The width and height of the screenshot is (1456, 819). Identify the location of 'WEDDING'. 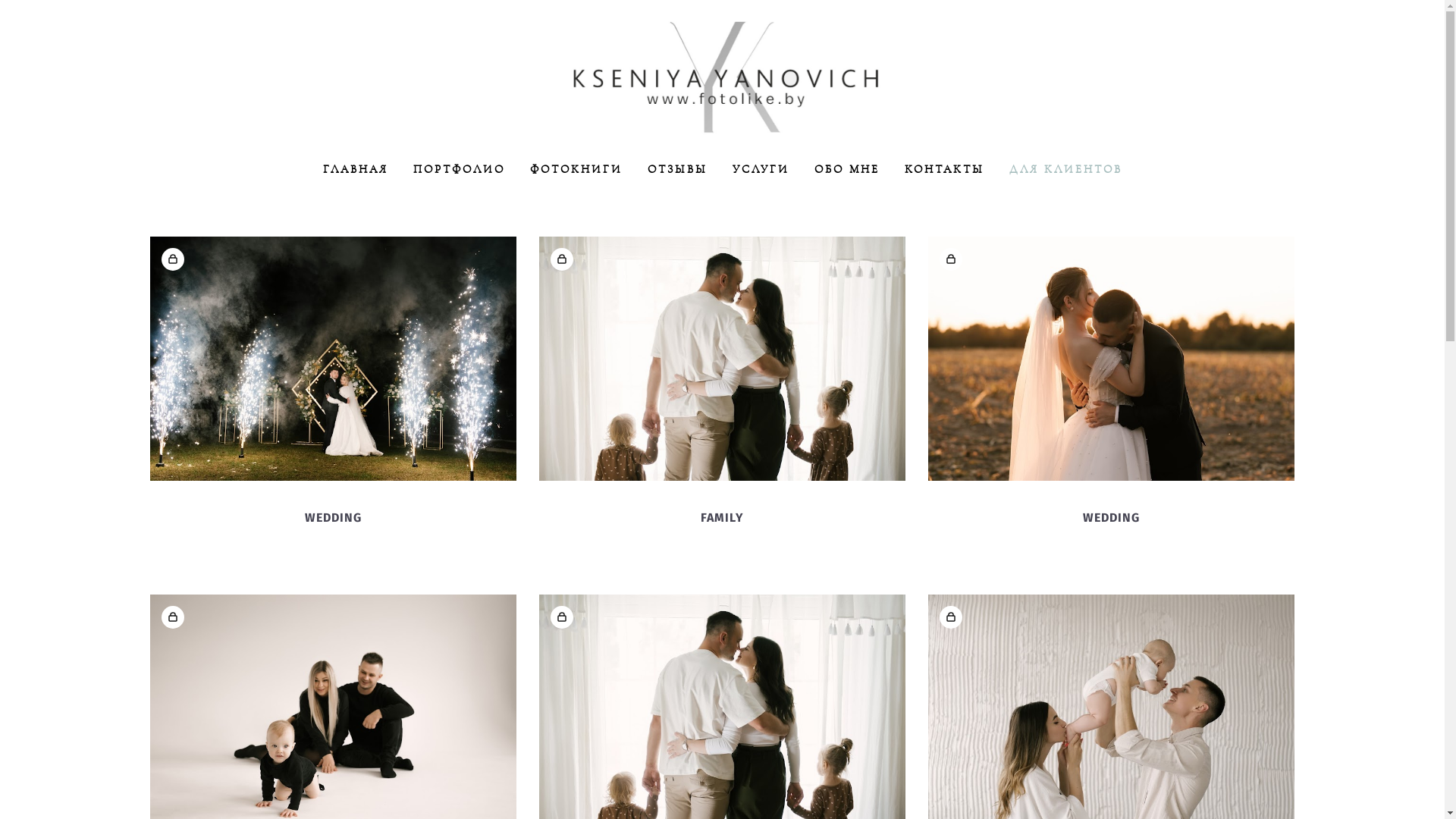
(1082, 516).